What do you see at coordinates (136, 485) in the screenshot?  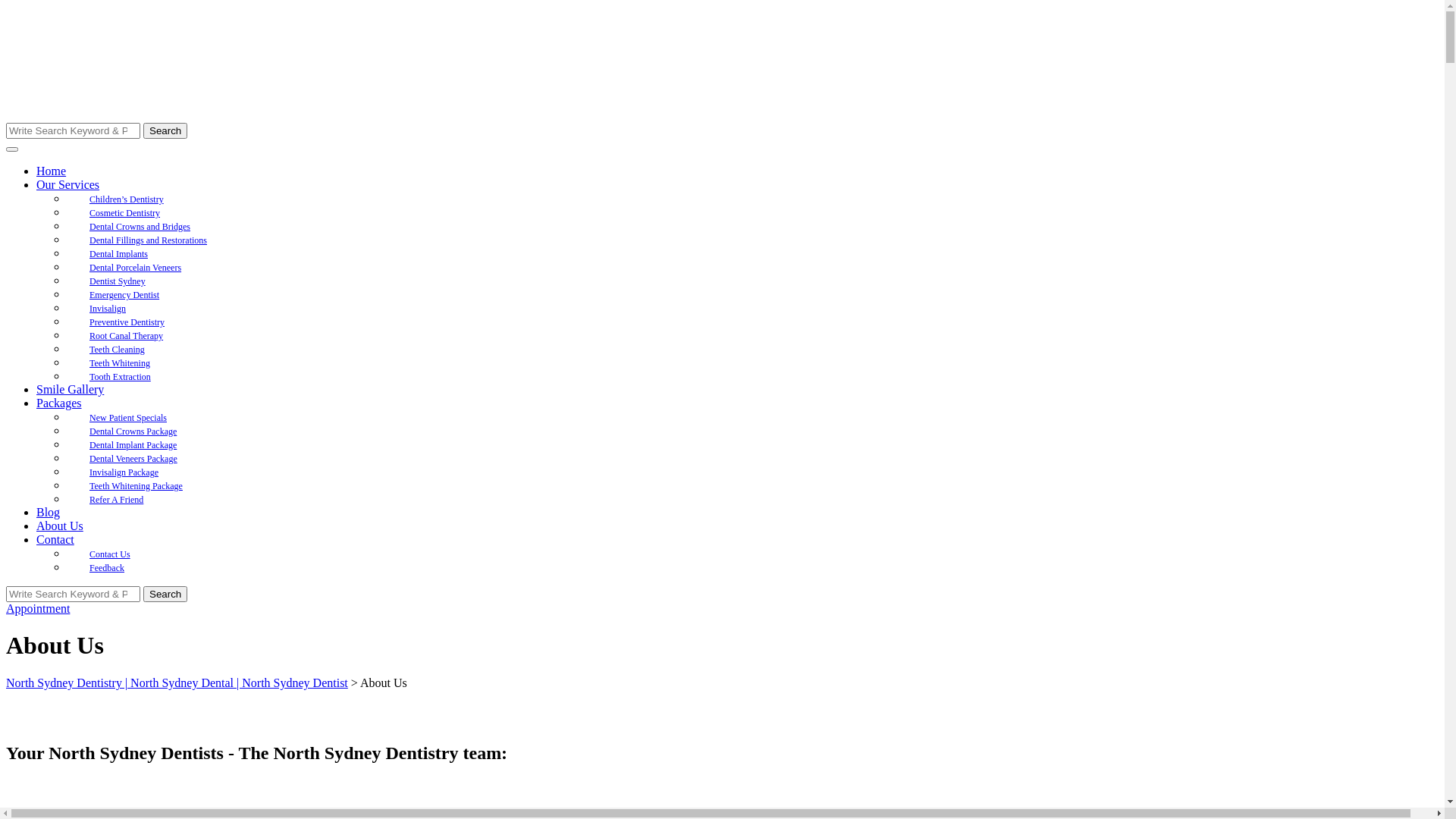 I see `'Teeth Whitening Package'` at bounding box center [136, 485].